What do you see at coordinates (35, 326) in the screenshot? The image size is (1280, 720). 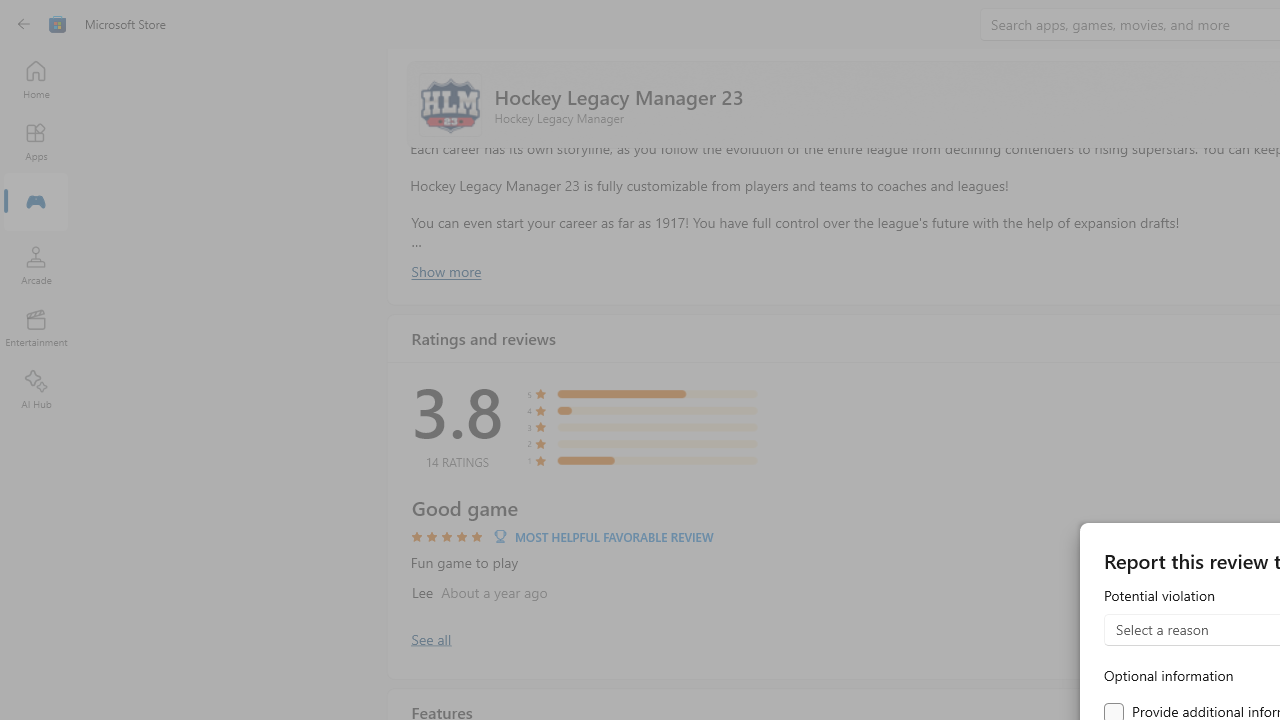 I see `'Entertainment'` at bounding box center [35, 326].